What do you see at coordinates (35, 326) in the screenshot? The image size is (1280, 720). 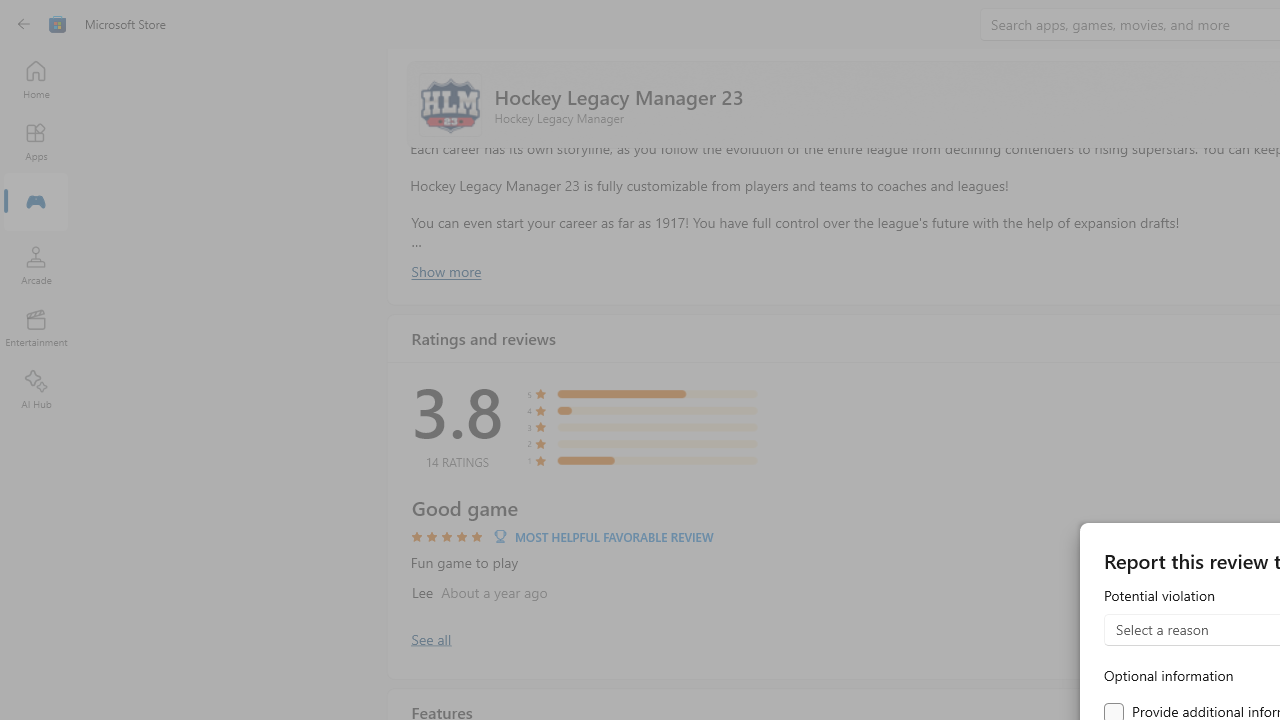 I see `'Entertainment'` at bounding box center [35, 326].